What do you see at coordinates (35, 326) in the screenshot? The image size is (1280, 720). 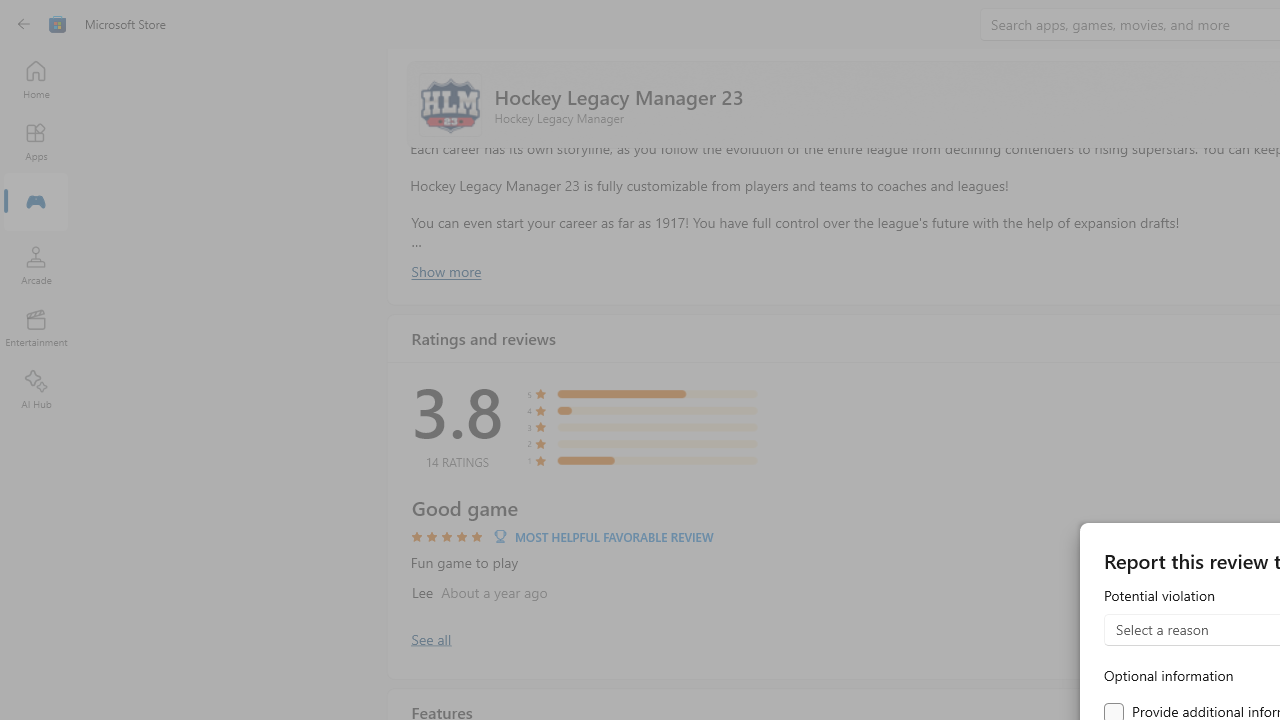 I see `'Entertainment'` at bounding box center [35, 326].